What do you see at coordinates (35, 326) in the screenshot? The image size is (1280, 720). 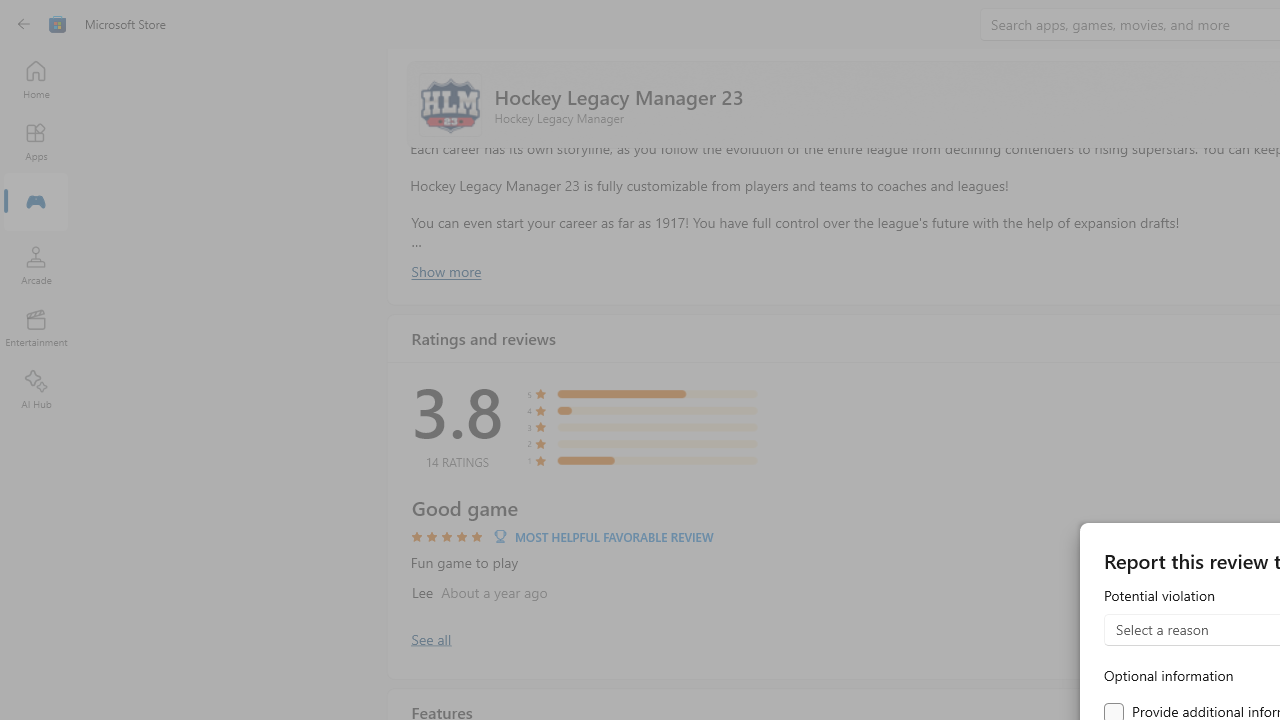 I see `'Entertainment'` at bounding box center [35, 326].